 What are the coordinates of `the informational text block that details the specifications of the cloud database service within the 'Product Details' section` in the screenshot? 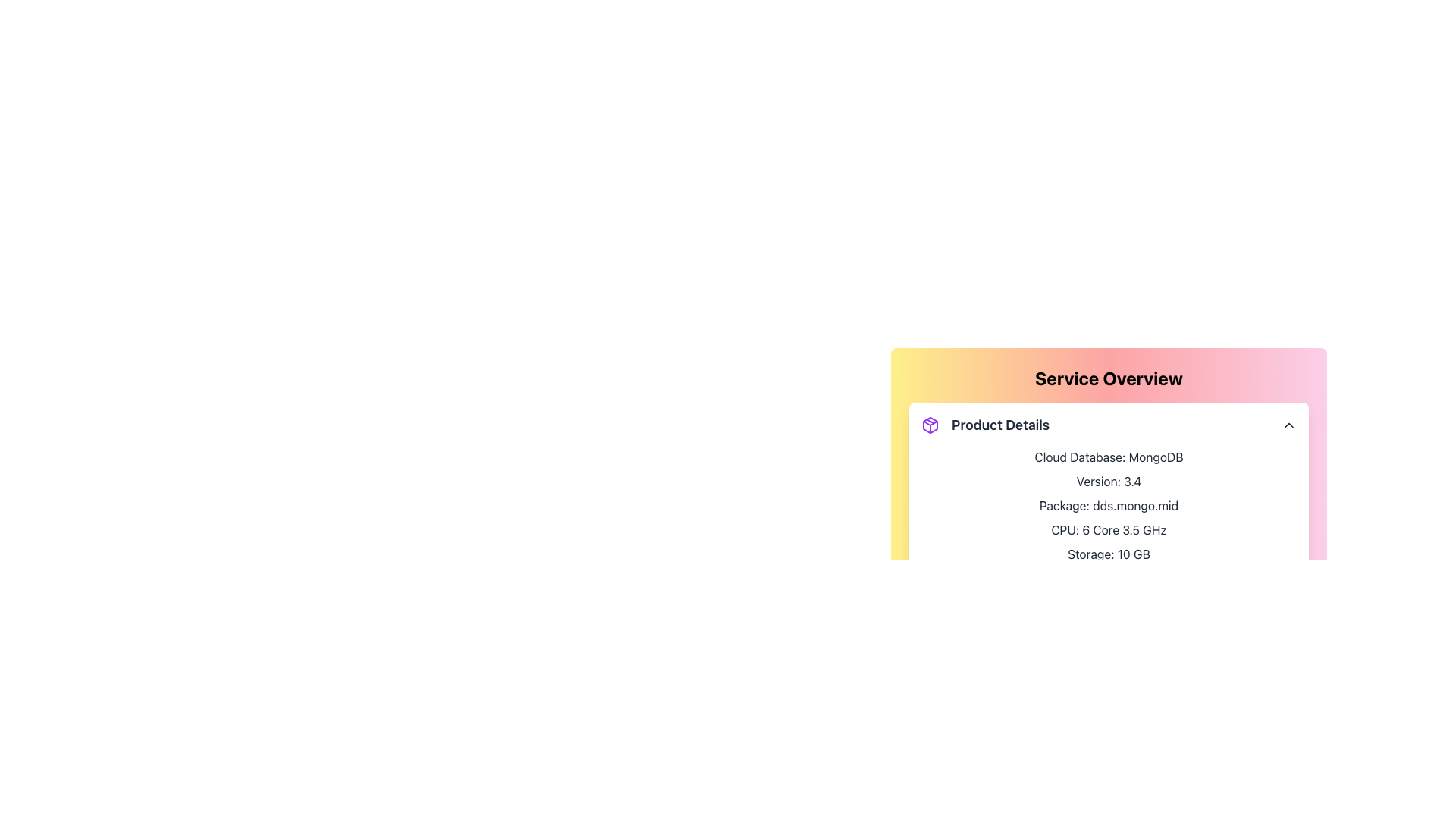 It's located at (1109, 506).